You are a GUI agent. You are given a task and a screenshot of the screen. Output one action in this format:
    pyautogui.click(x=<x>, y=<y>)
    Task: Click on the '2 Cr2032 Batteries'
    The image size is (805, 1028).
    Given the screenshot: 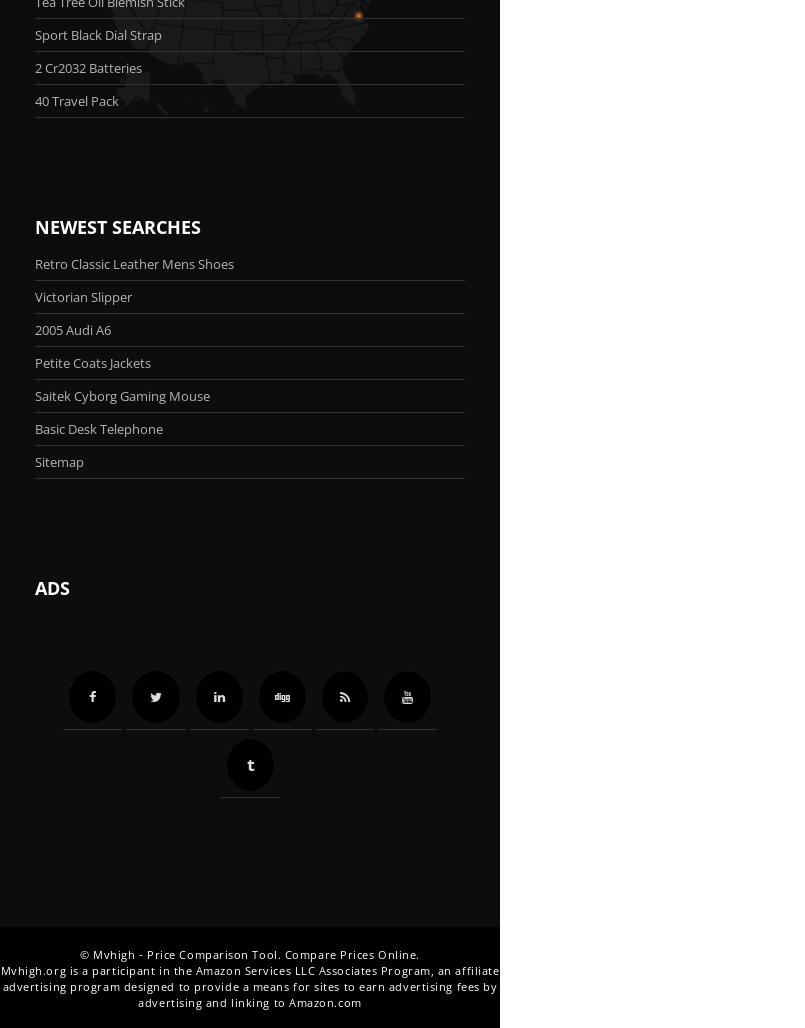 What is the action you would take?
    pyautogui.click(x=35, y=66)
    